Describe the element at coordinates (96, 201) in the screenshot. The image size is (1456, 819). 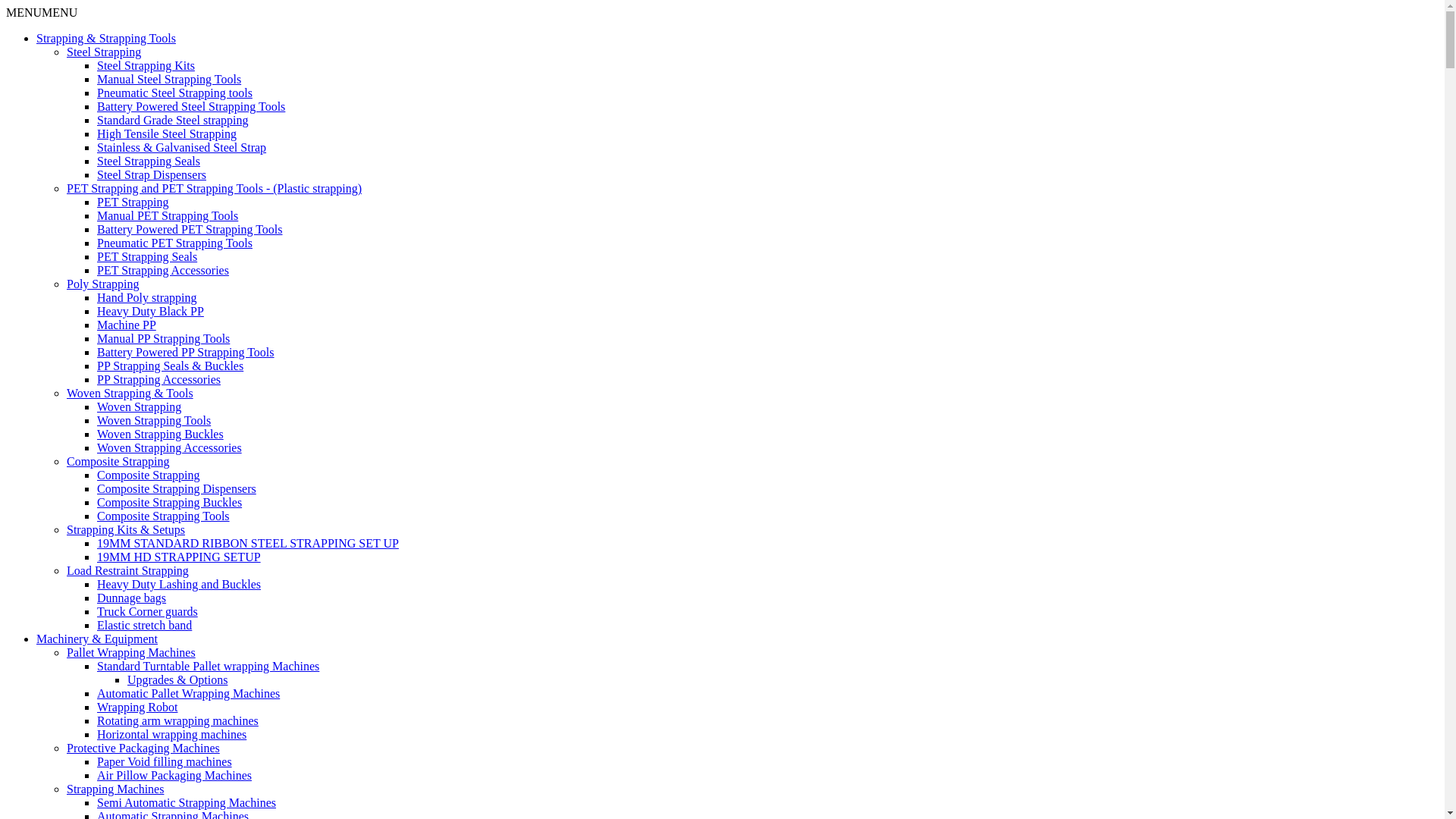
I see `'PET Strapping'` at that location.